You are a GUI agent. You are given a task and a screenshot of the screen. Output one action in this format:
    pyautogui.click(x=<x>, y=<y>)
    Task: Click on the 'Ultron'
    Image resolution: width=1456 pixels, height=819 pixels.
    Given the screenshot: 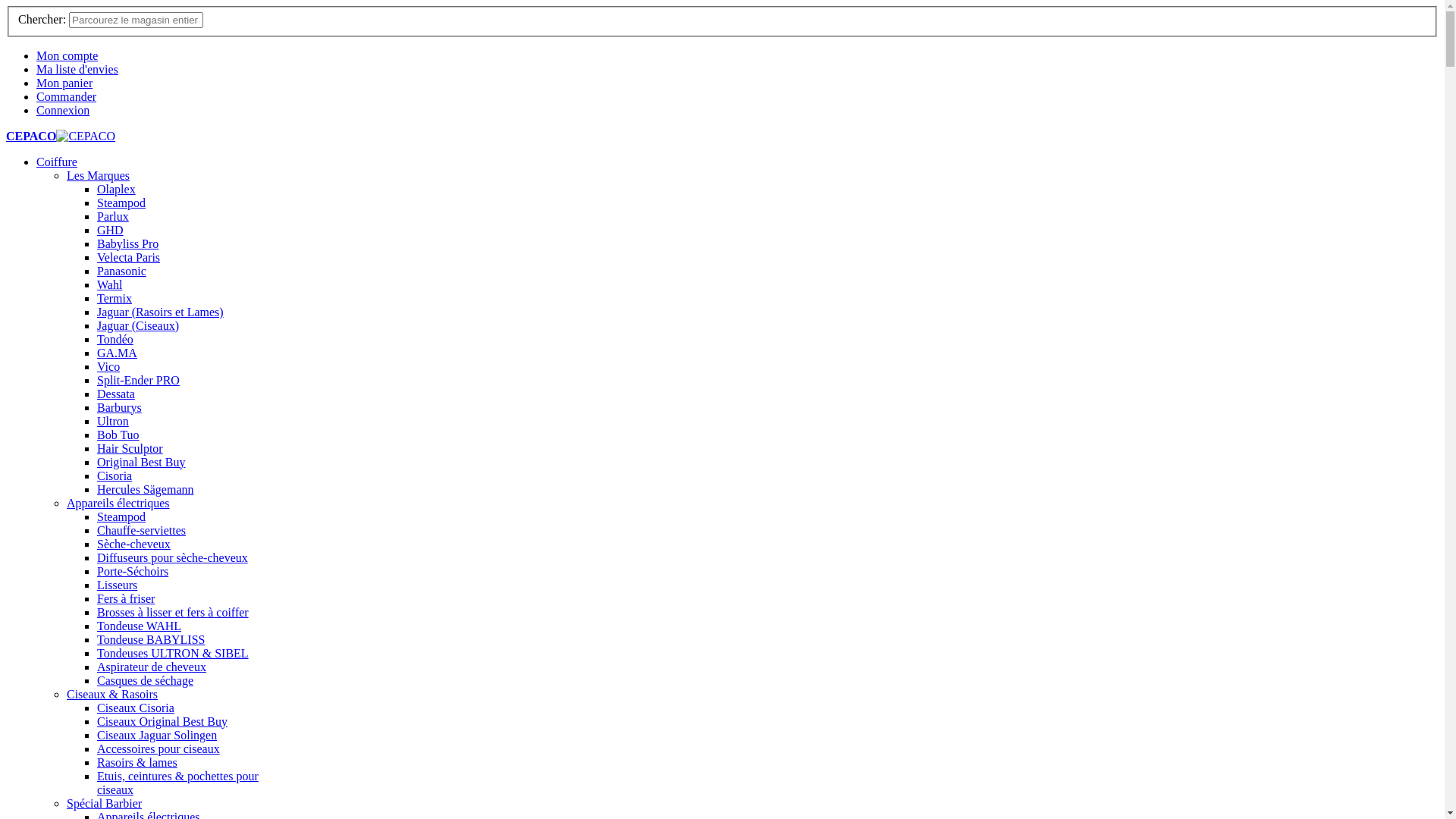 What is the action you would take?
    pyautogui.click(x=111, y=421)
    